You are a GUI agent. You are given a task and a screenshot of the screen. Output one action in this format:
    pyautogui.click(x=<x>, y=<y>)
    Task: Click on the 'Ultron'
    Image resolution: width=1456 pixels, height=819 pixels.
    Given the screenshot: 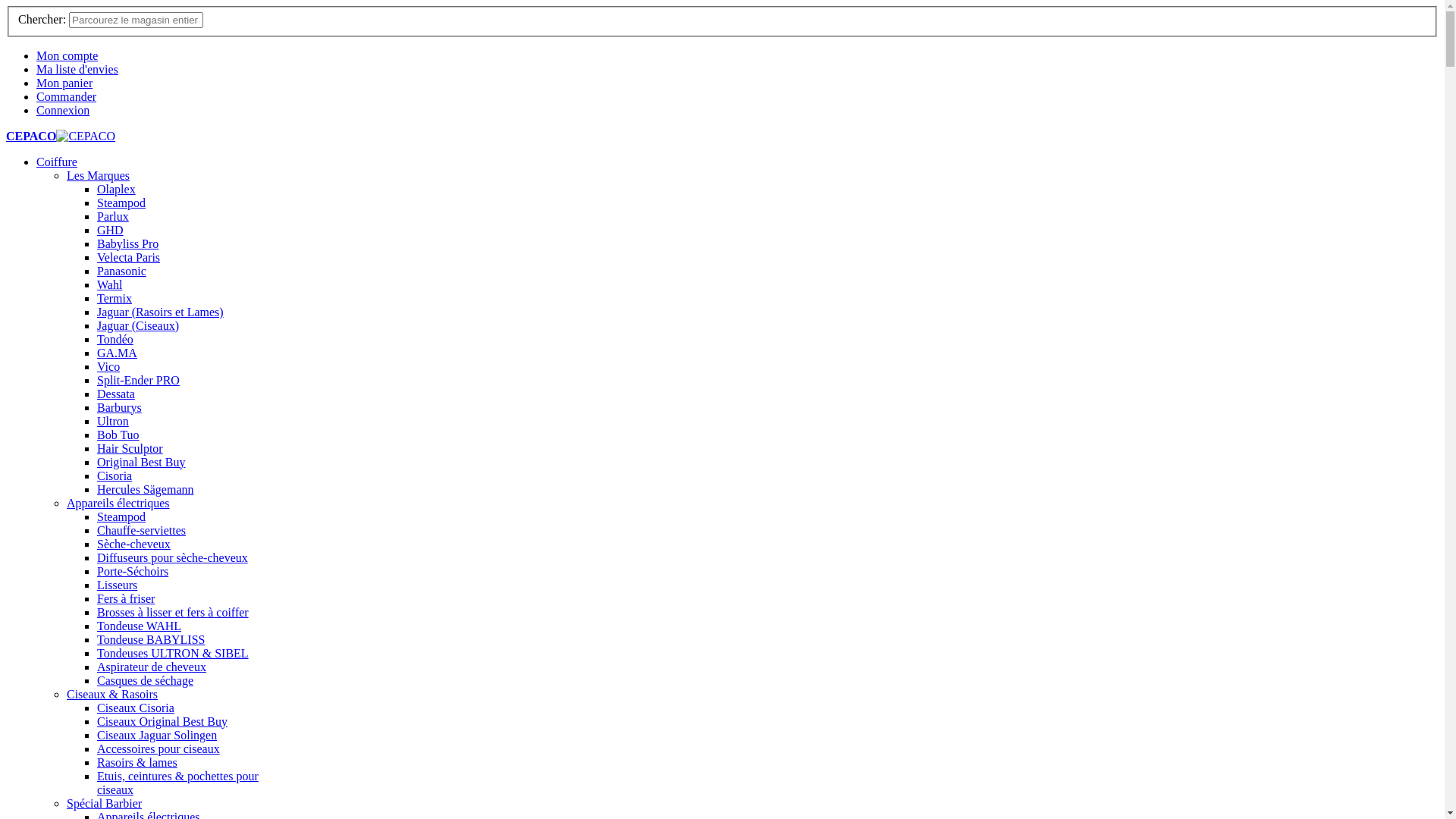 What is the action you would take?
    pyautogui.click(x=111, y=421)
    